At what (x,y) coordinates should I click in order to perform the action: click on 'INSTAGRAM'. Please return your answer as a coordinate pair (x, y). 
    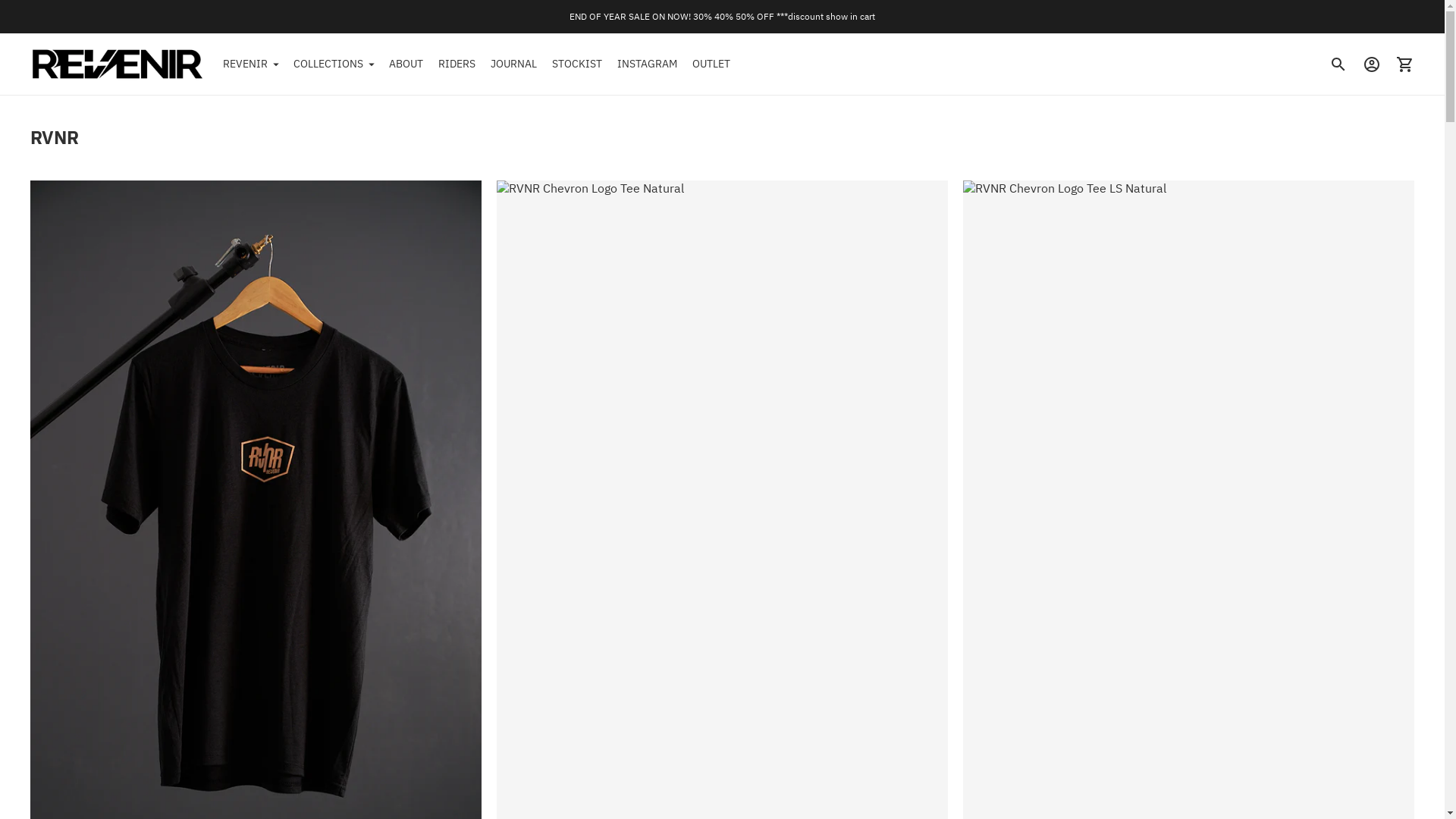
    Looking at the image, I should click on (647, 63).